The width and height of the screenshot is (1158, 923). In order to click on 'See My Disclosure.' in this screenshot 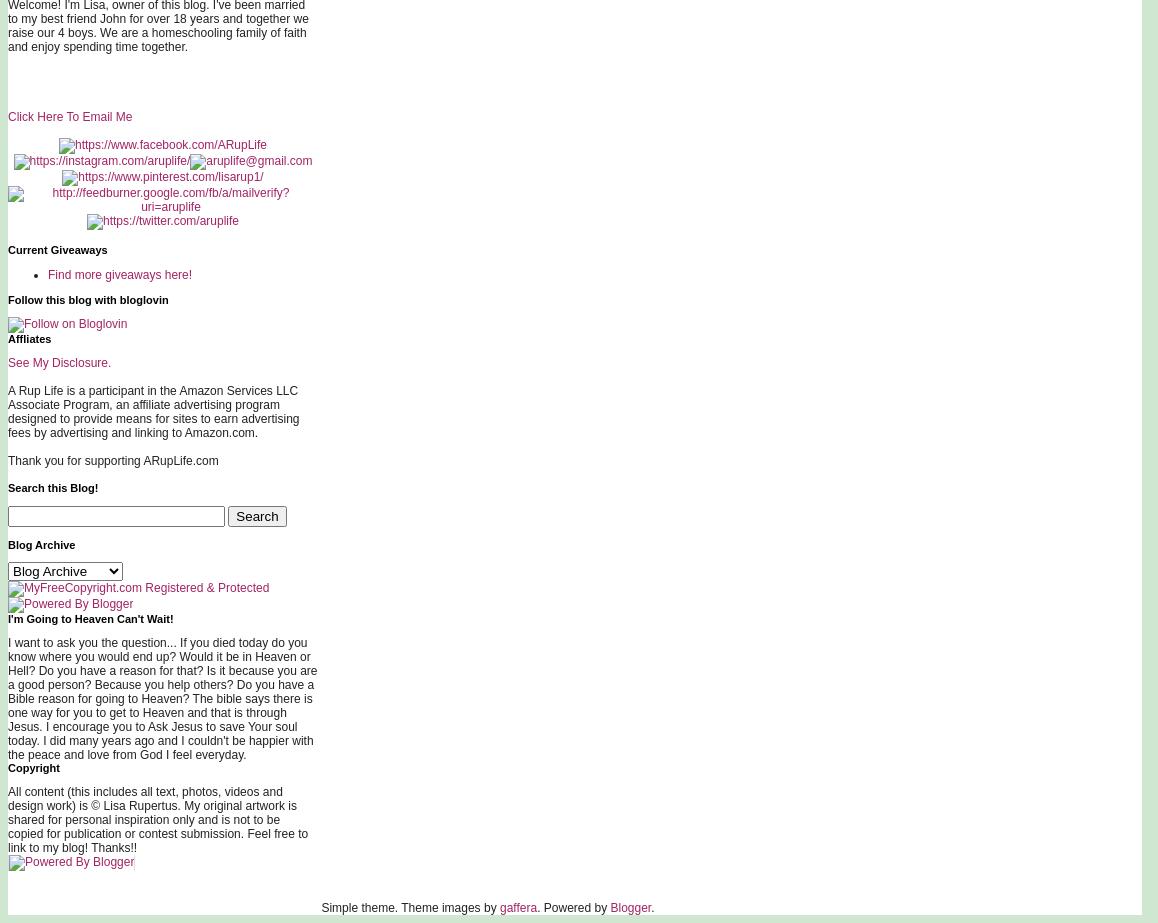, I will do `click(59, 363)`.